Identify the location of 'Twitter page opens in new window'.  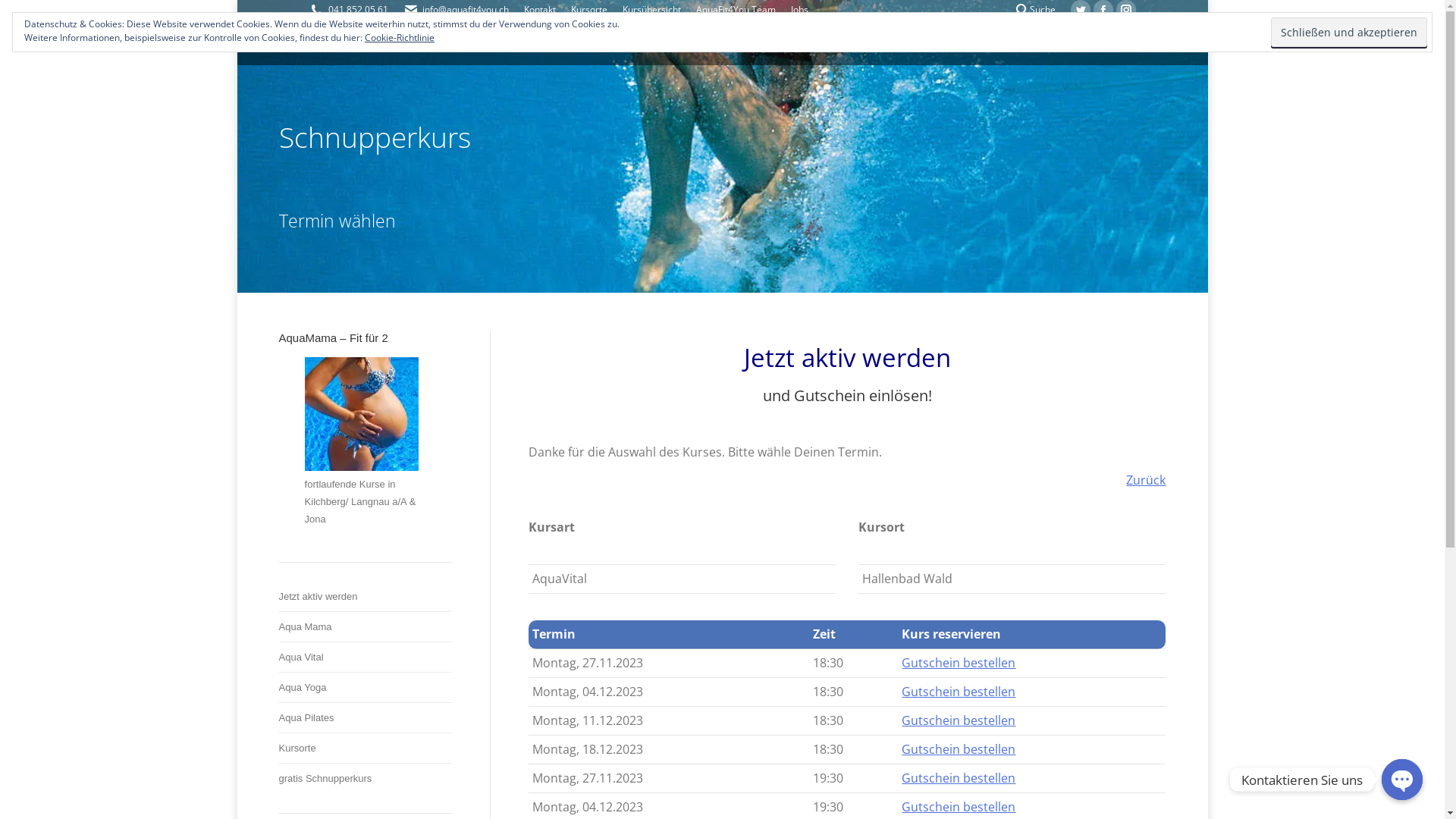
(1080, 9).